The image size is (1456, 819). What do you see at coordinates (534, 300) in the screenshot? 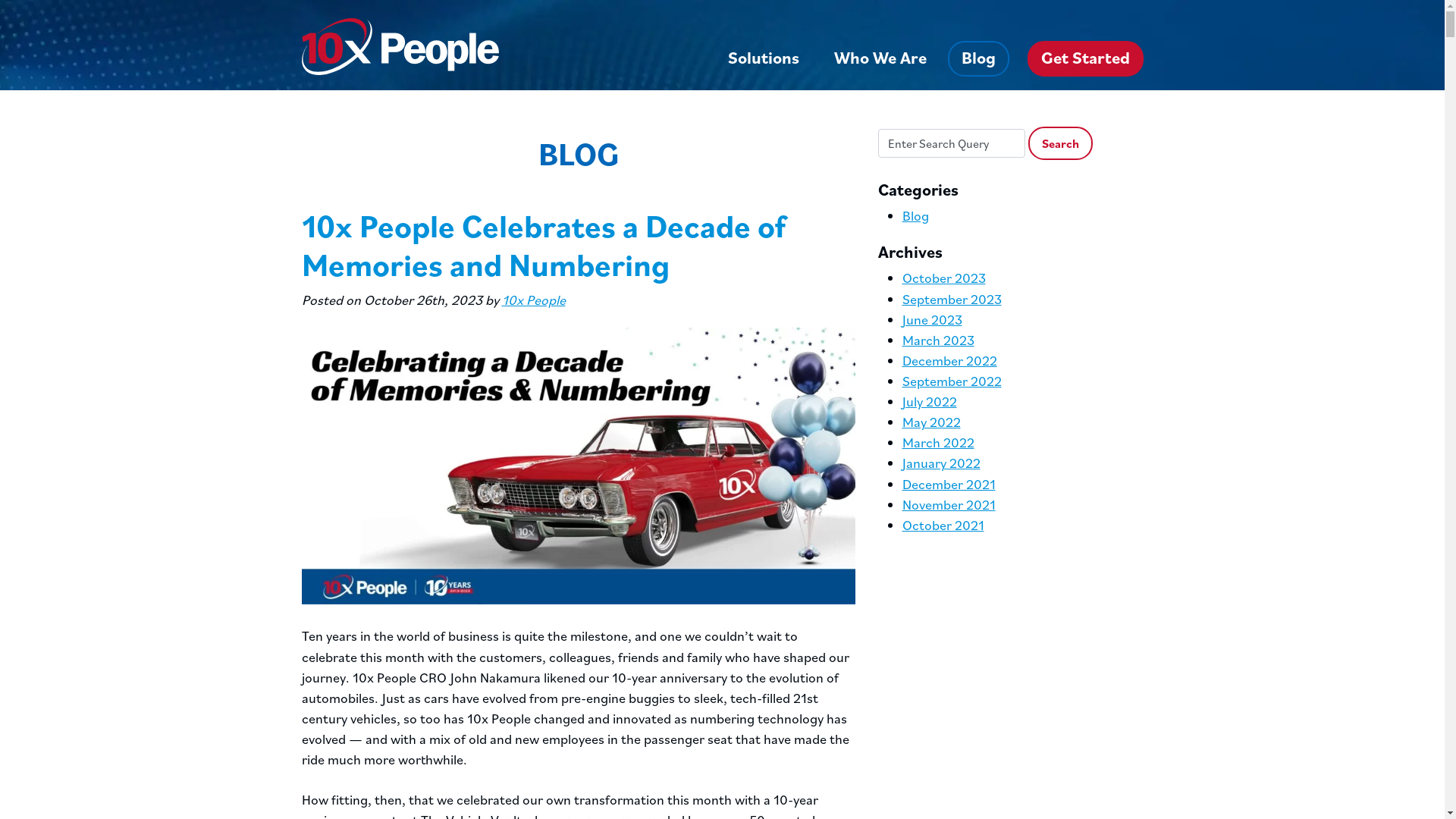
I see `'10x People'` at bounding box center [534, 300].